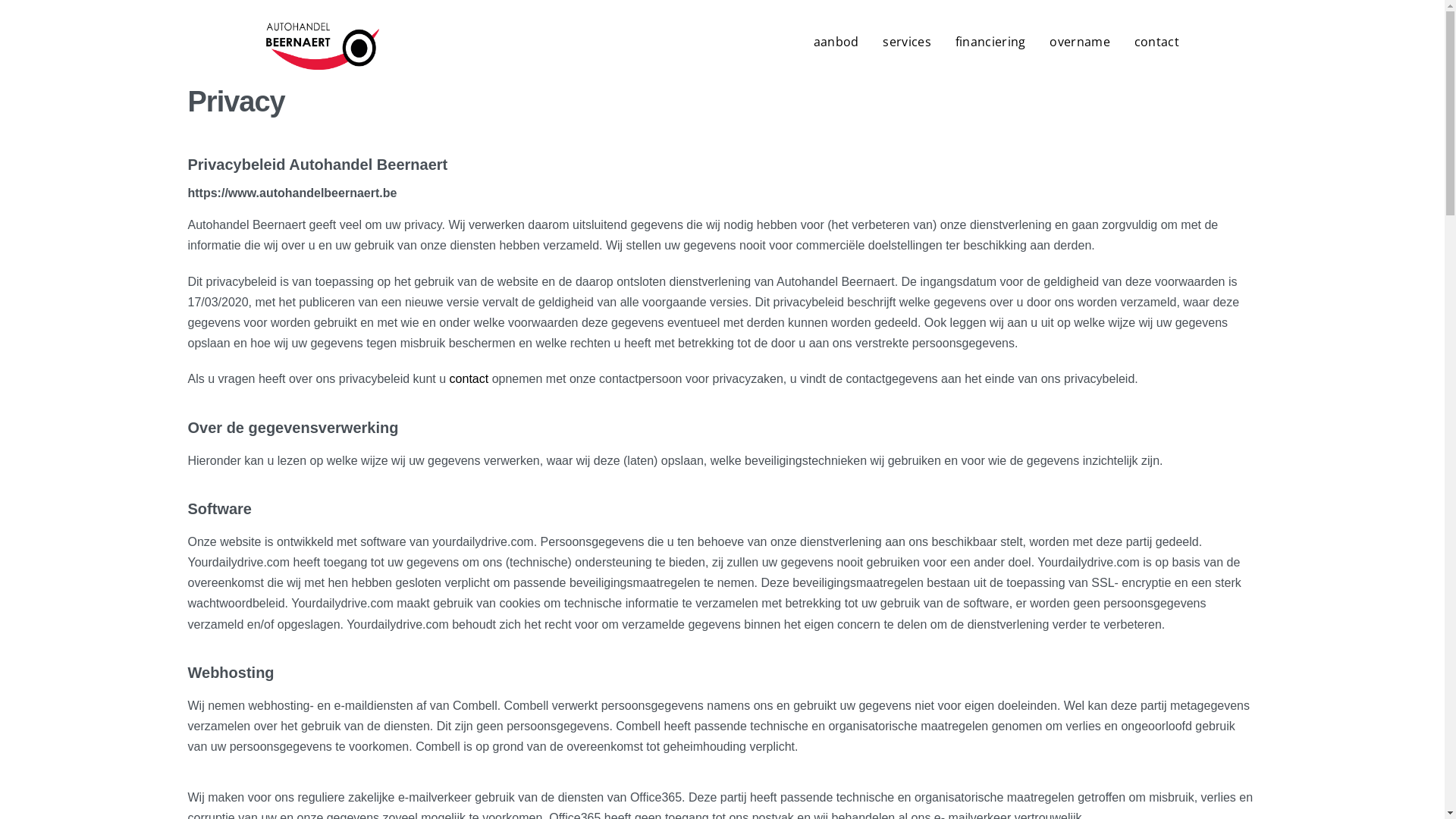 This screenshot has width=1456, height=819. I want to click on 'aanbod', so click(836, 41).